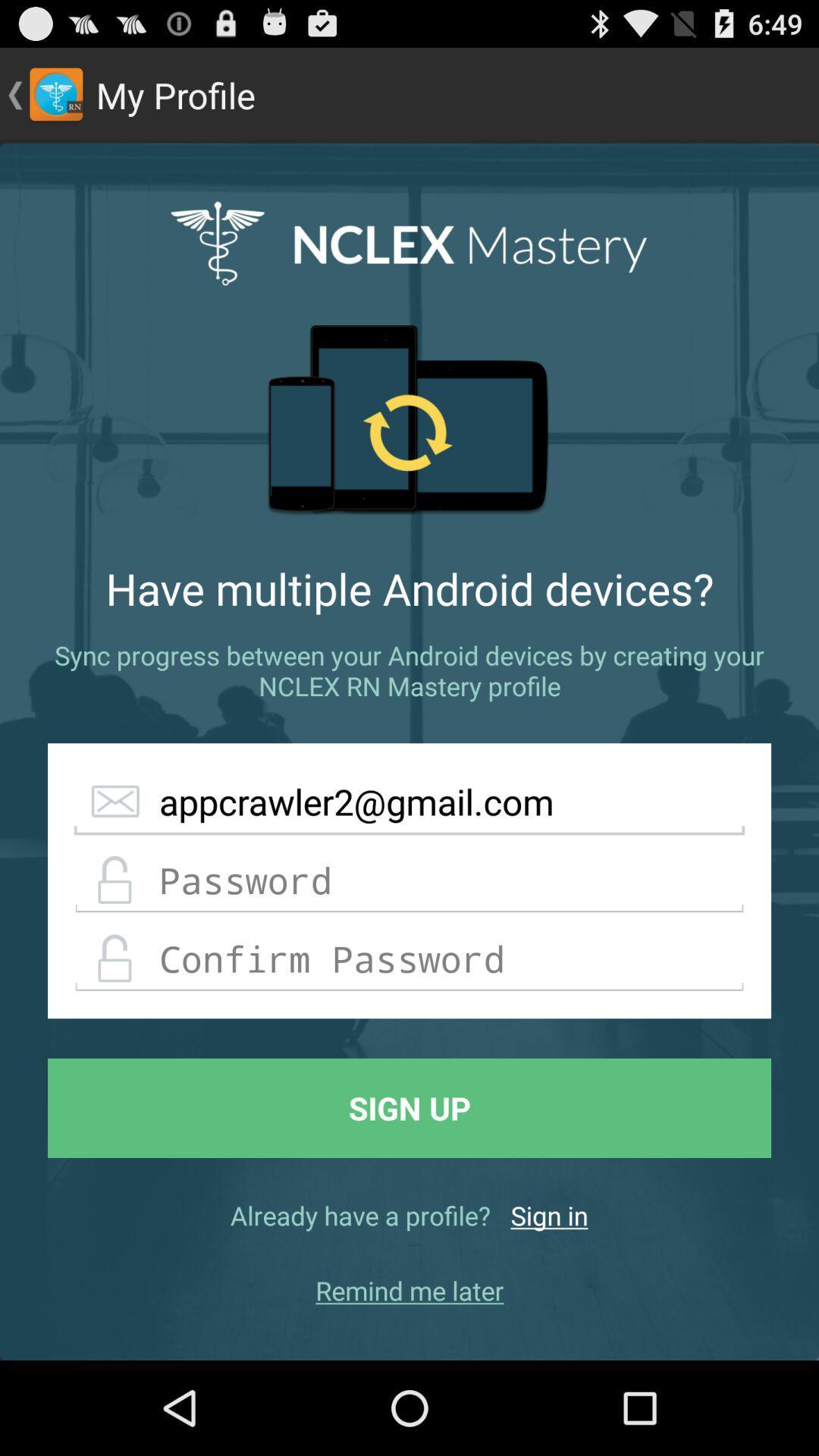 The width and height of the screenshot is (819, 1456). What do you see at coordinates (409, 880) in the screenshot?
I see `password` at bounding box center [409, 880].